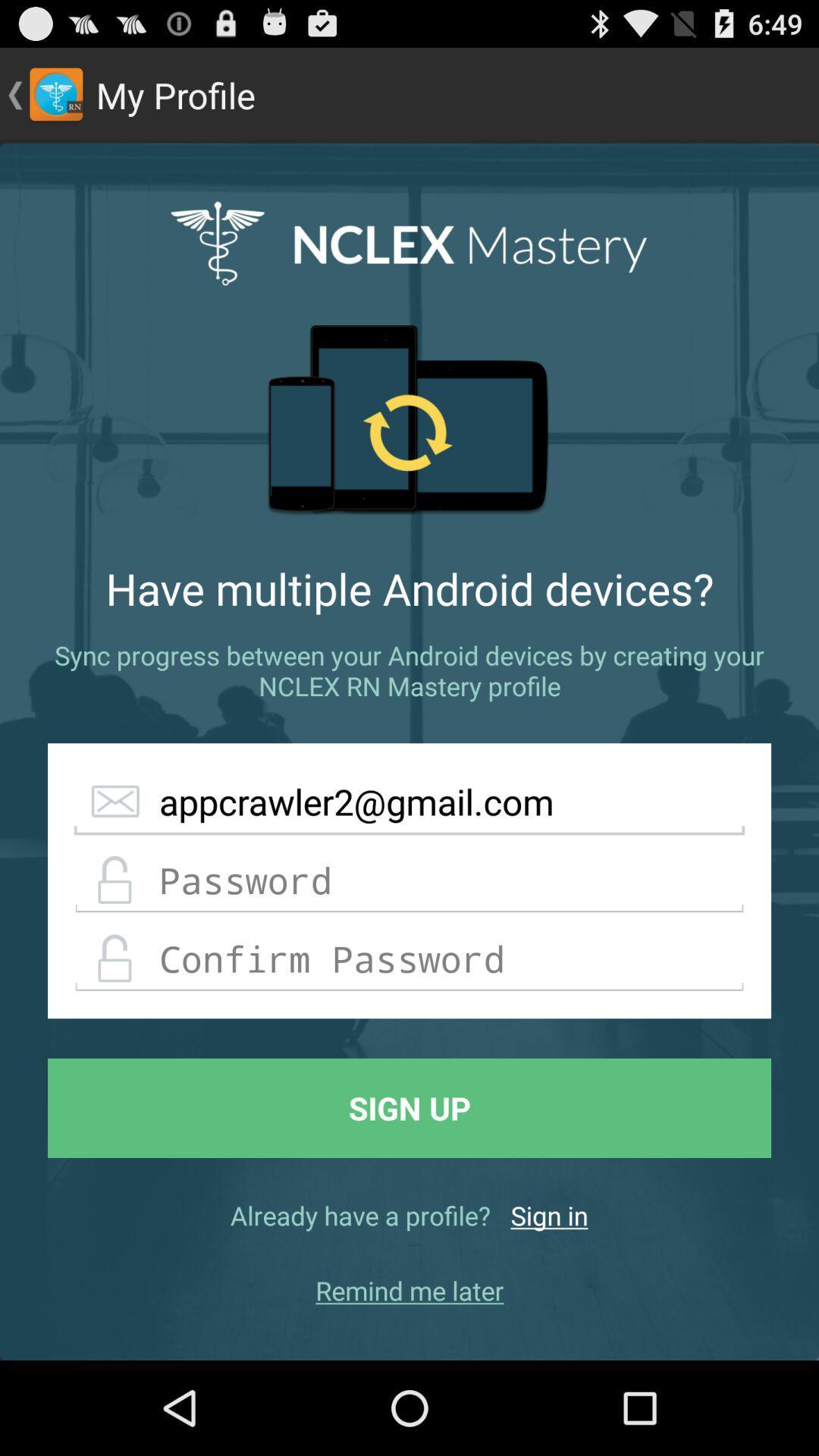 The width and height of the screenshot is (819, 1456). What do you see at coordinates (409, 880) in the screenshot?
I see `password` at bounding box center [409, 880].